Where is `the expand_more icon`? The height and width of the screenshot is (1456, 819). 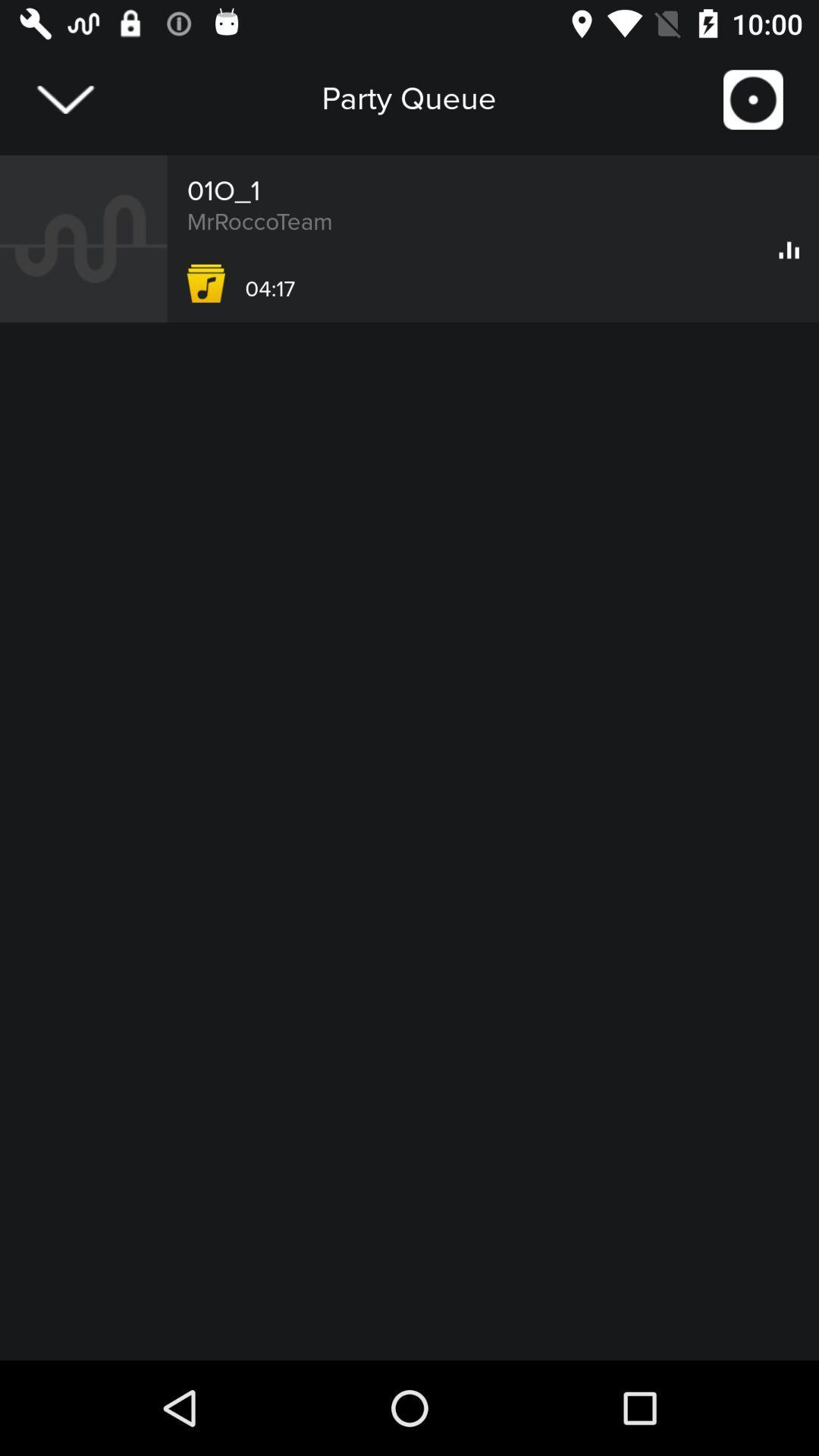
the expand_more icon is located at coordinates (64, 99).